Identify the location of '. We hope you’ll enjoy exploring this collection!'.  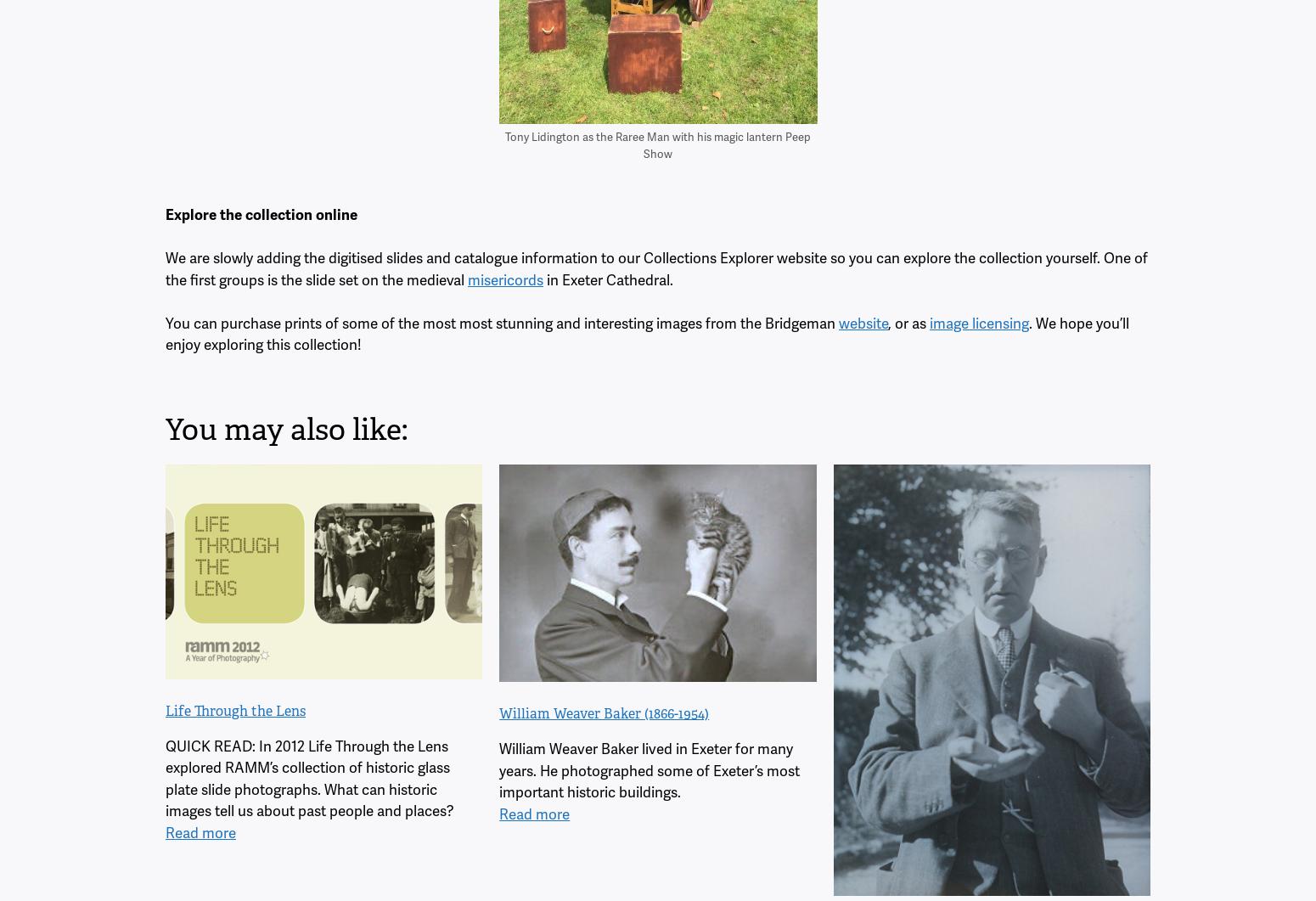
(647, 333).